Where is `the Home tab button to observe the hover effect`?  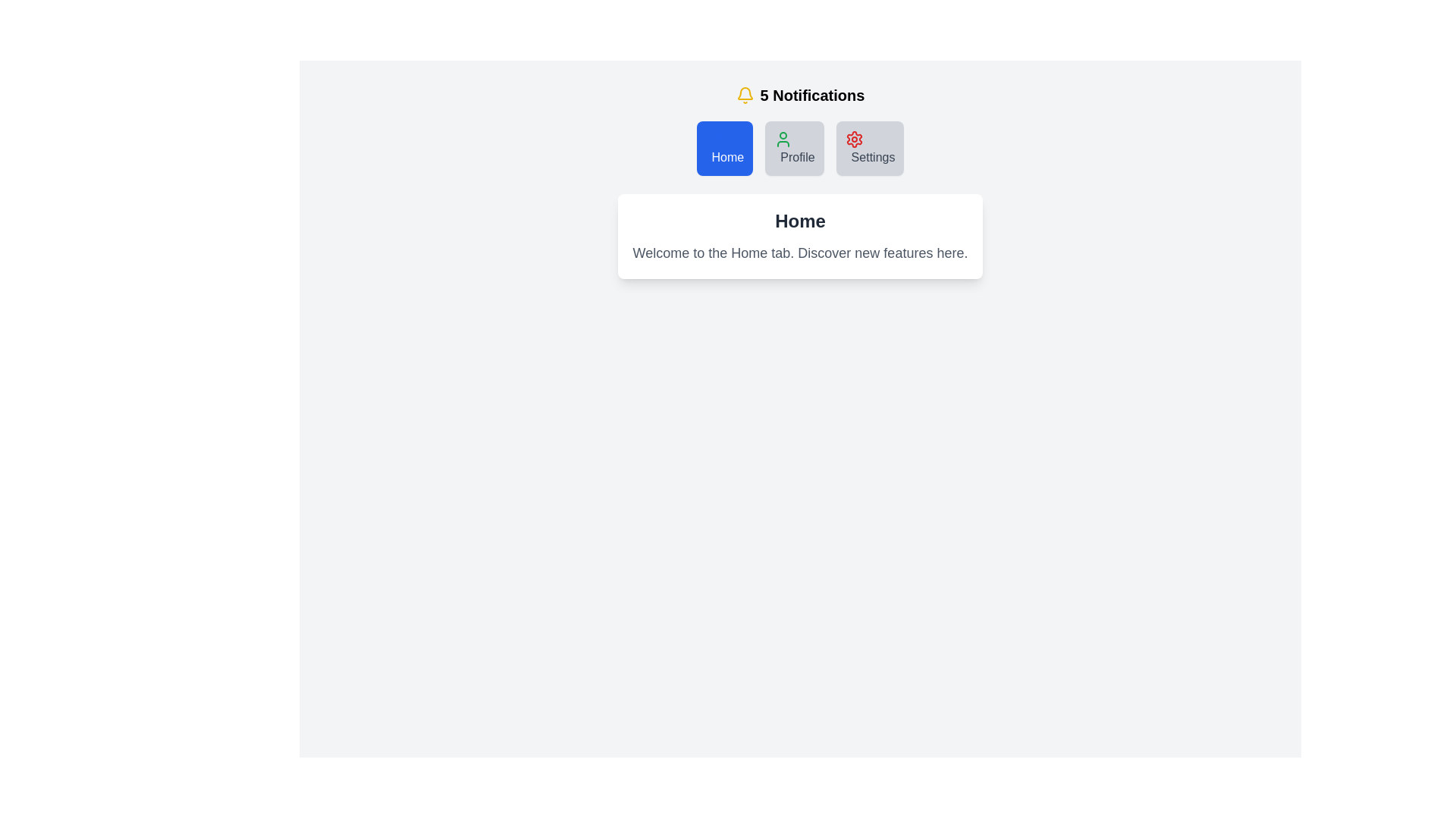
the Home tab button to observe the hover effect is located at coordinates (723, 149).